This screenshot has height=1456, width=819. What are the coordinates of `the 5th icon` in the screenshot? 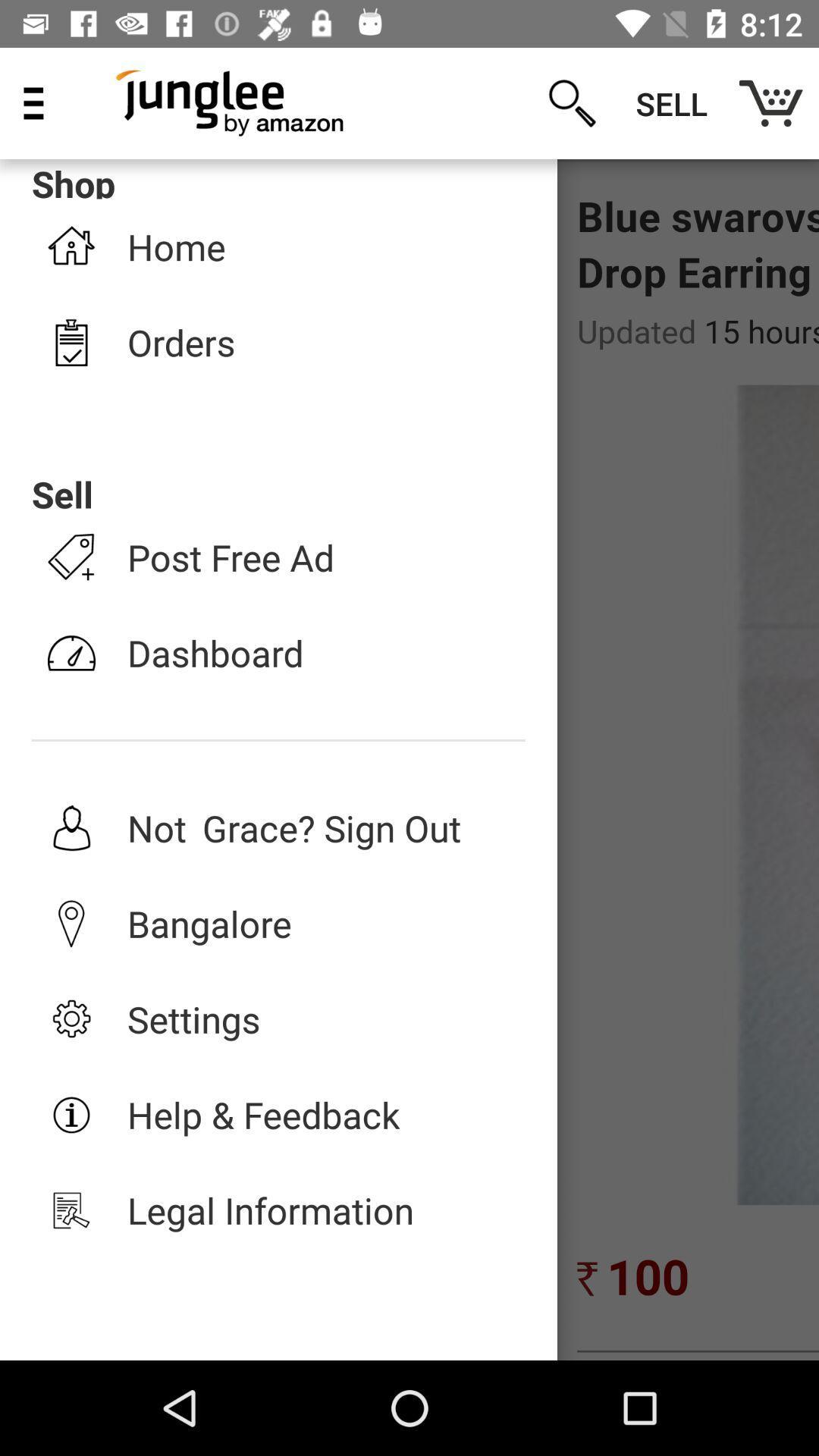 It's located at (71, 827).